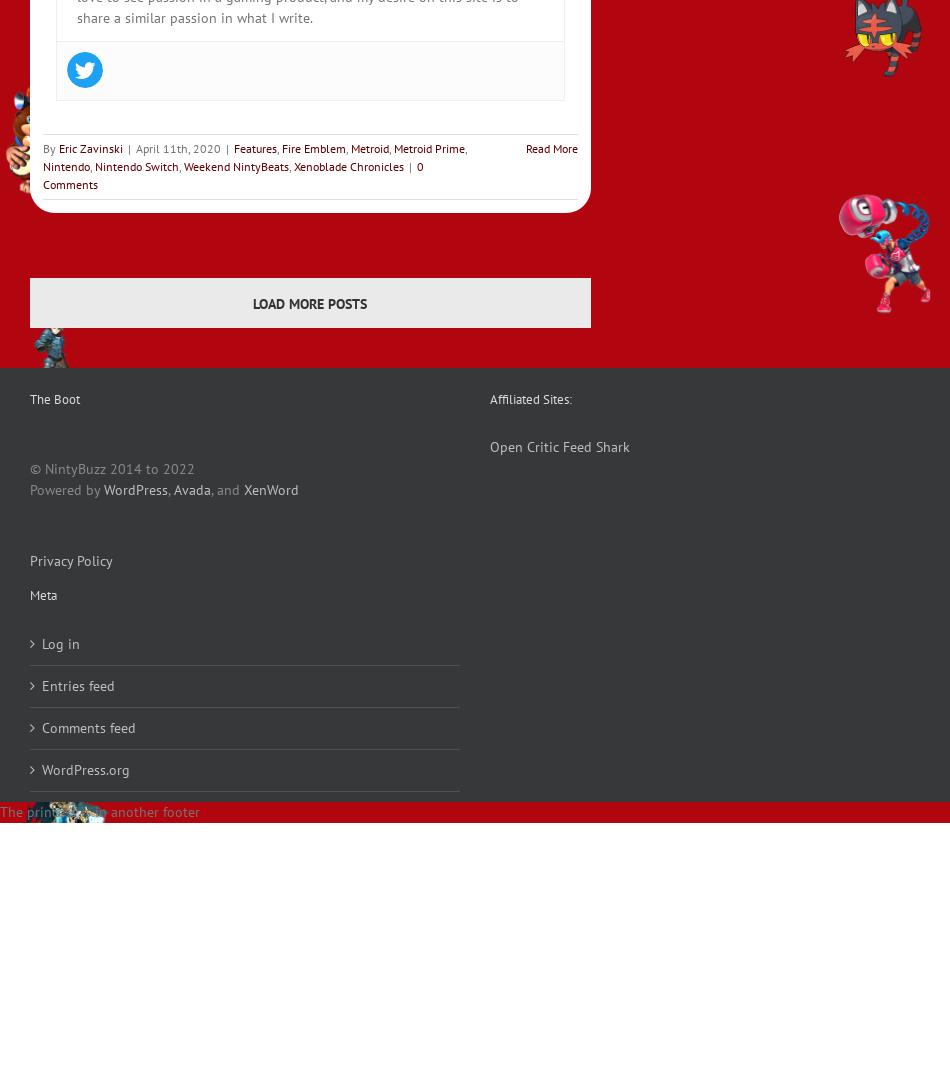  What do you see at coordinates (91, 147) in the screenshot?
I see `'Eric Zavinski'` at bounding box center [91, 147].